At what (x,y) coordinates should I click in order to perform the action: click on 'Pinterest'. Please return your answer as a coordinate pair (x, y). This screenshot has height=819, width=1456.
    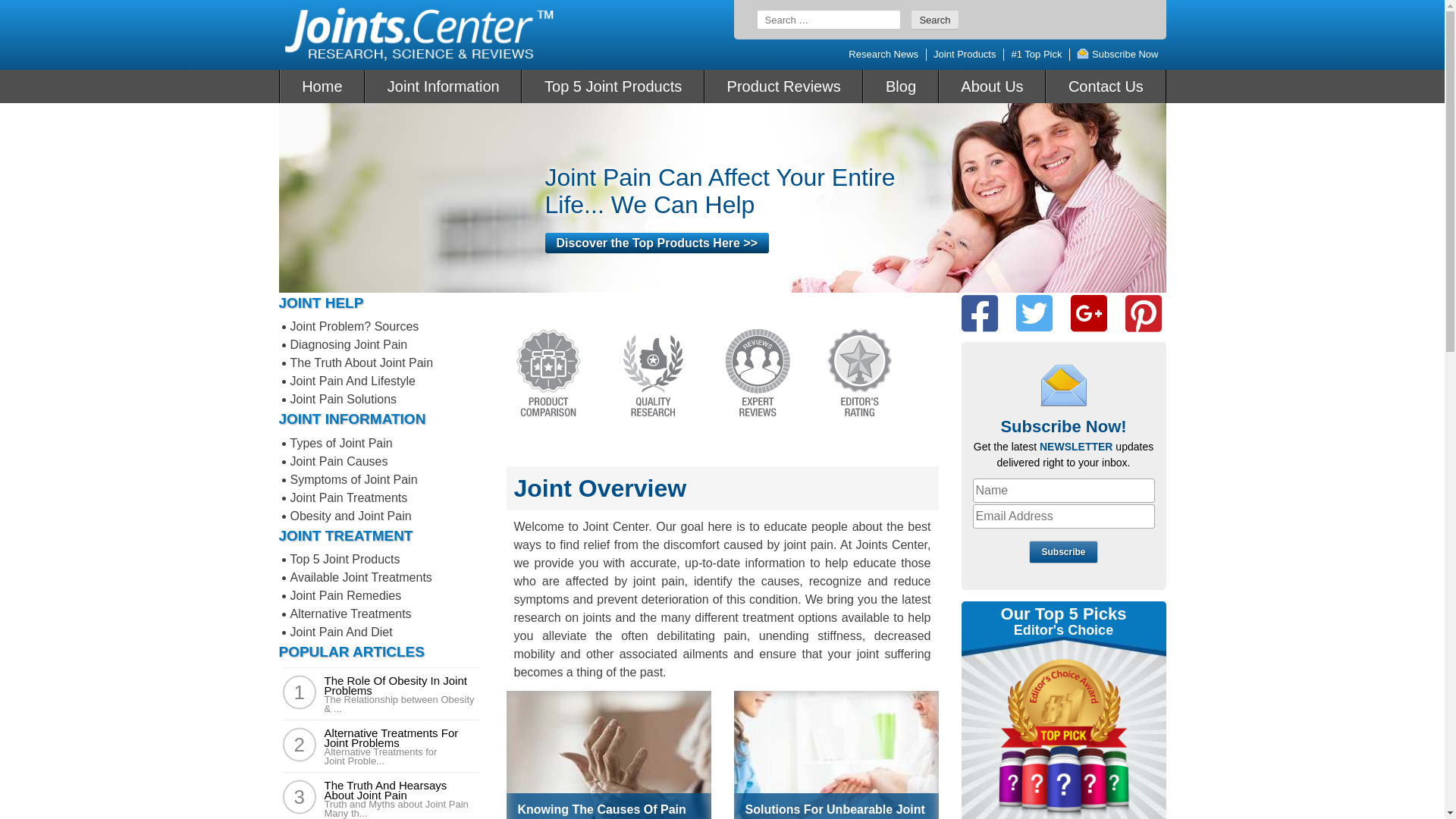
    Looking at the image, I should click on (1143, 312).